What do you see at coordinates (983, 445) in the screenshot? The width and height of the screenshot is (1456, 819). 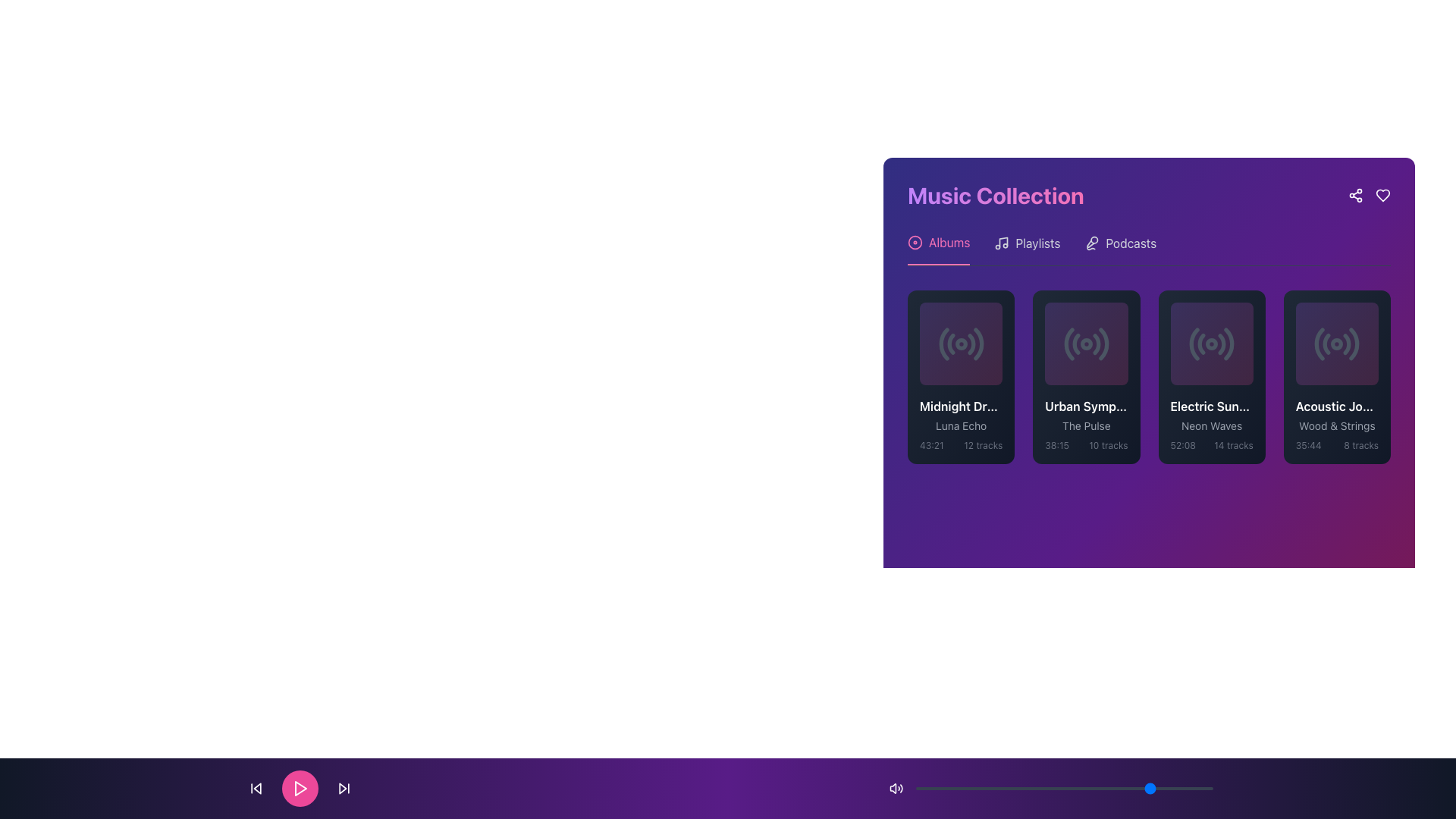 I see `the text label displaying '12 tracks', which is styled in a small, gray sans-serif font and located under the album card 'Midnight Dreams', adjacent to the sibling text '43:21'` at bounding box center [983, 445].